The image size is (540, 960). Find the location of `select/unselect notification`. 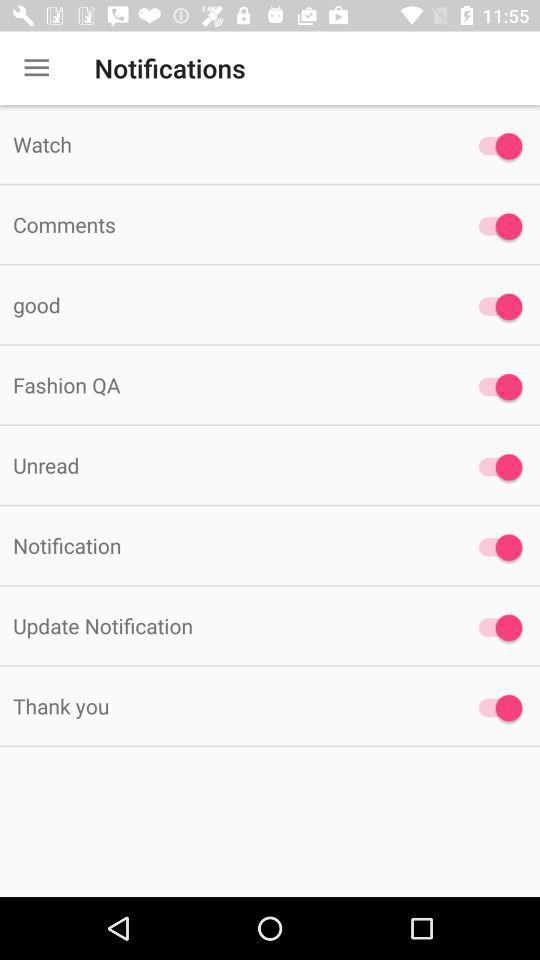

select/unselect notification is located at coordinates (494, 708).